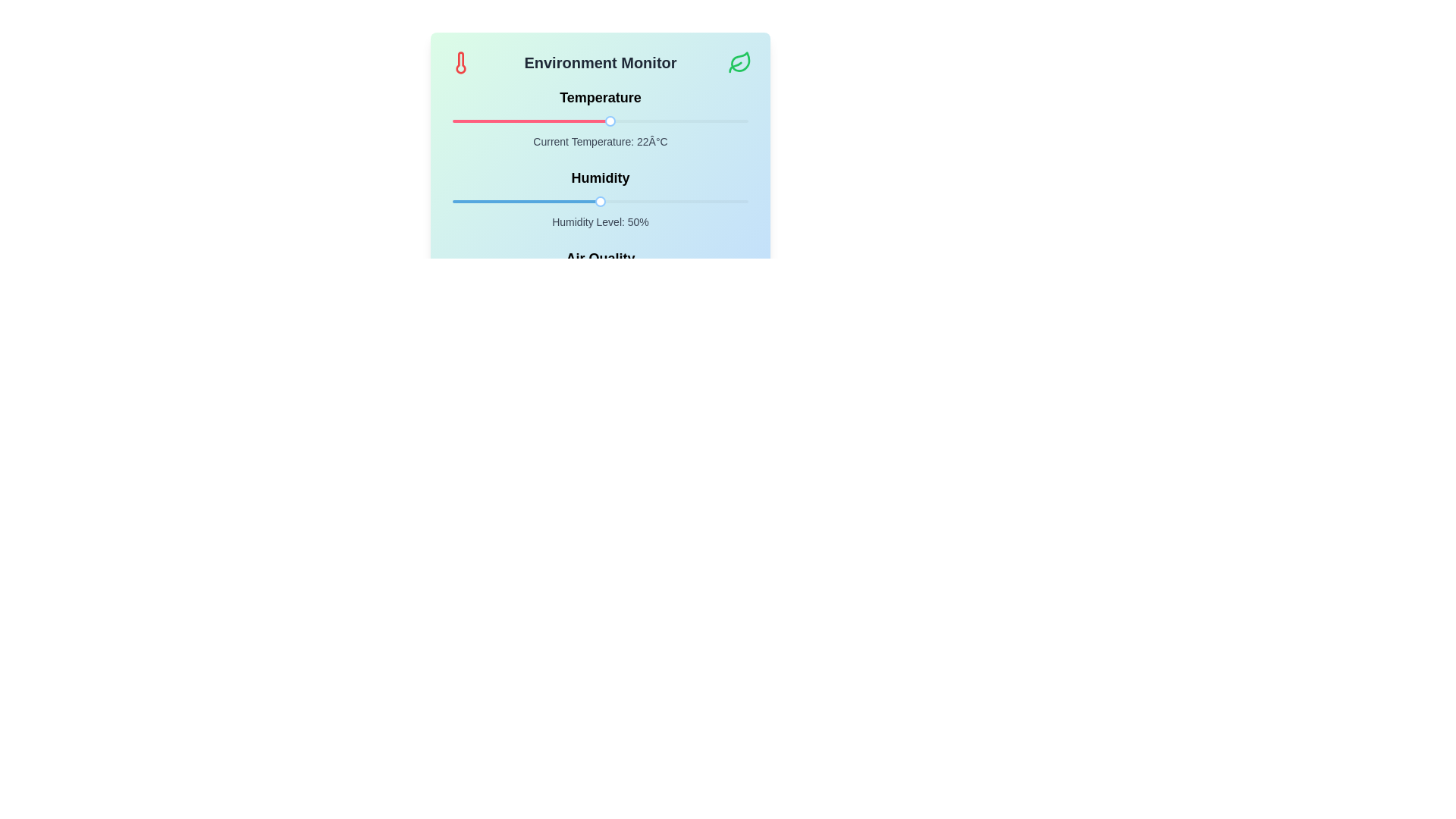  I want to click on the static text label displaying 'Current Temperature: 22Â°C' in the 'Environment Monitor' interface, so click(600, 141).